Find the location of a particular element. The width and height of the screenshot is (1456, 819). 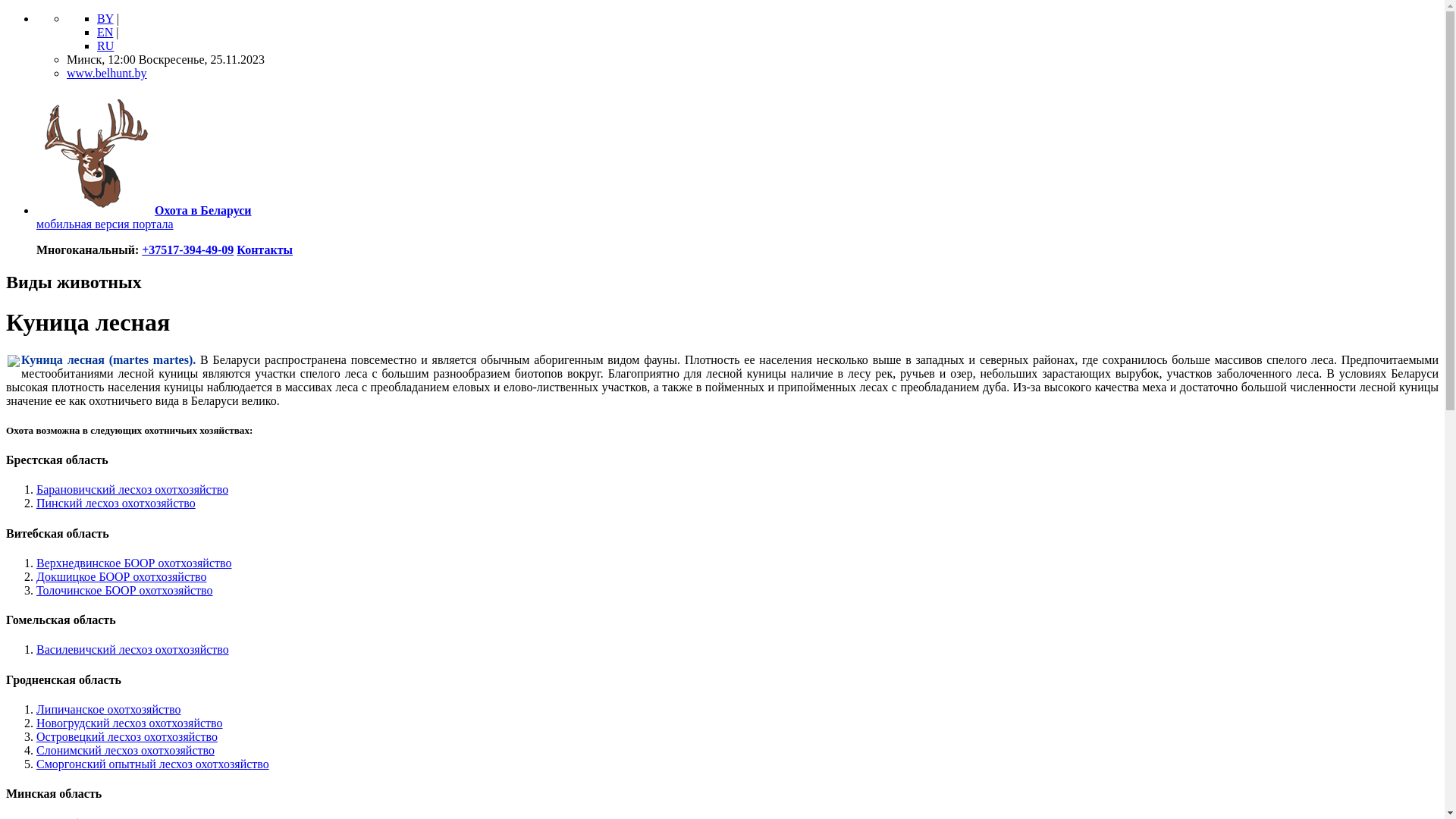

'EN' is located at coordinates (104, 32).